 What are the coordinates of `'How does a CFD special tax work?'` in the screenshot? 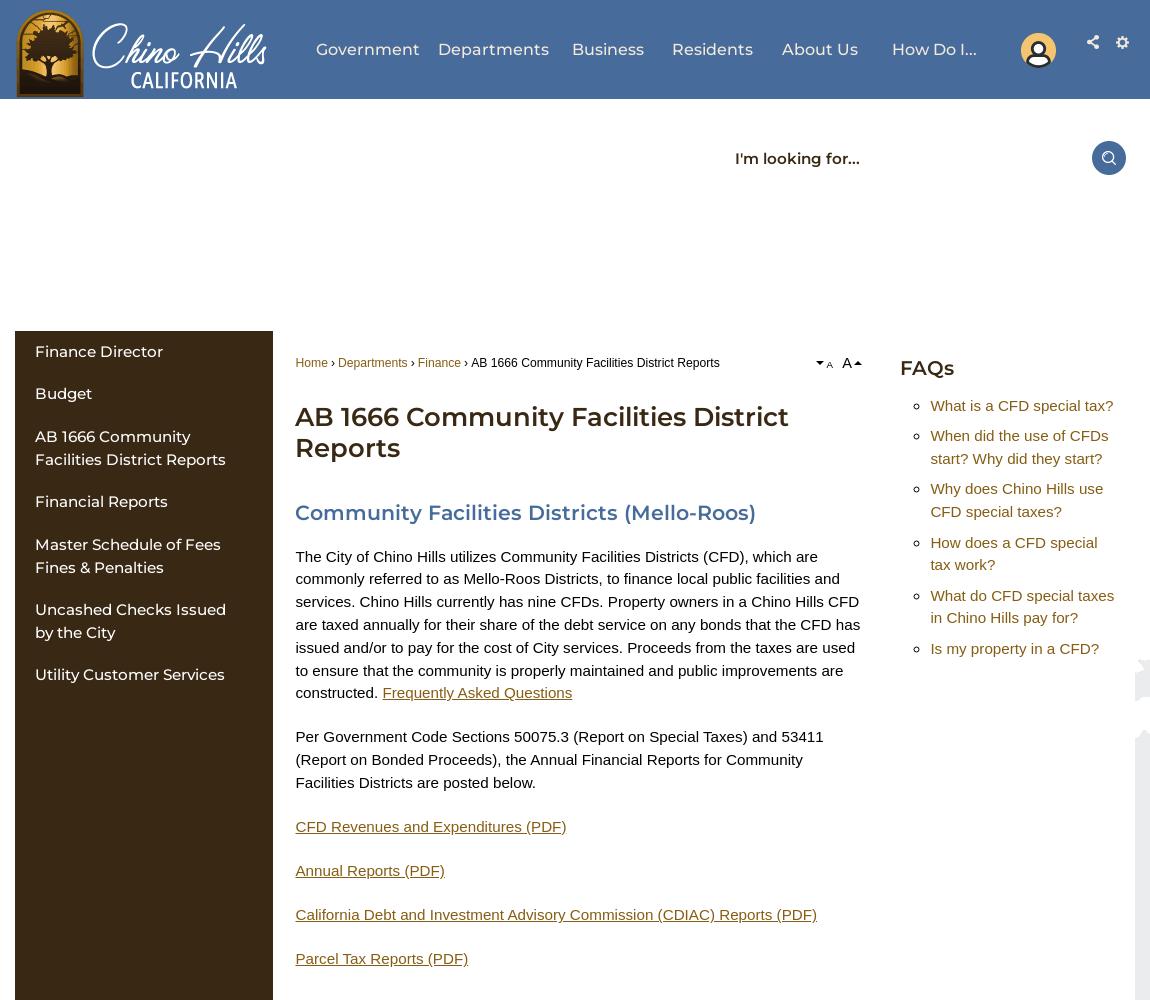 It's located at (1013, 553).